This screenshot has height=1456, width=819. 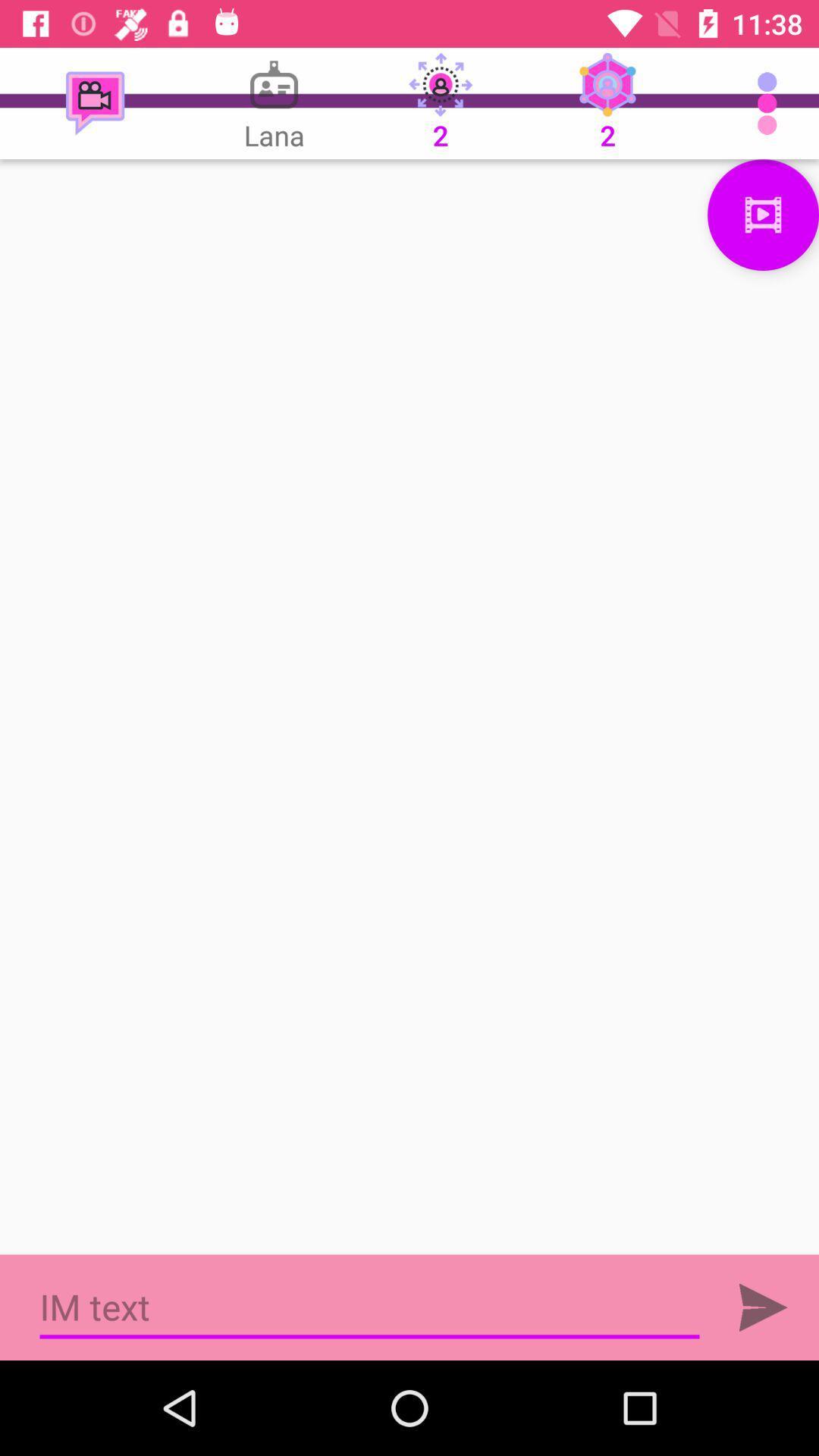 What do you see at coordinates (763, 1307) in the screenshot?
I see `the send icon` at bounding box center [763, 1307].